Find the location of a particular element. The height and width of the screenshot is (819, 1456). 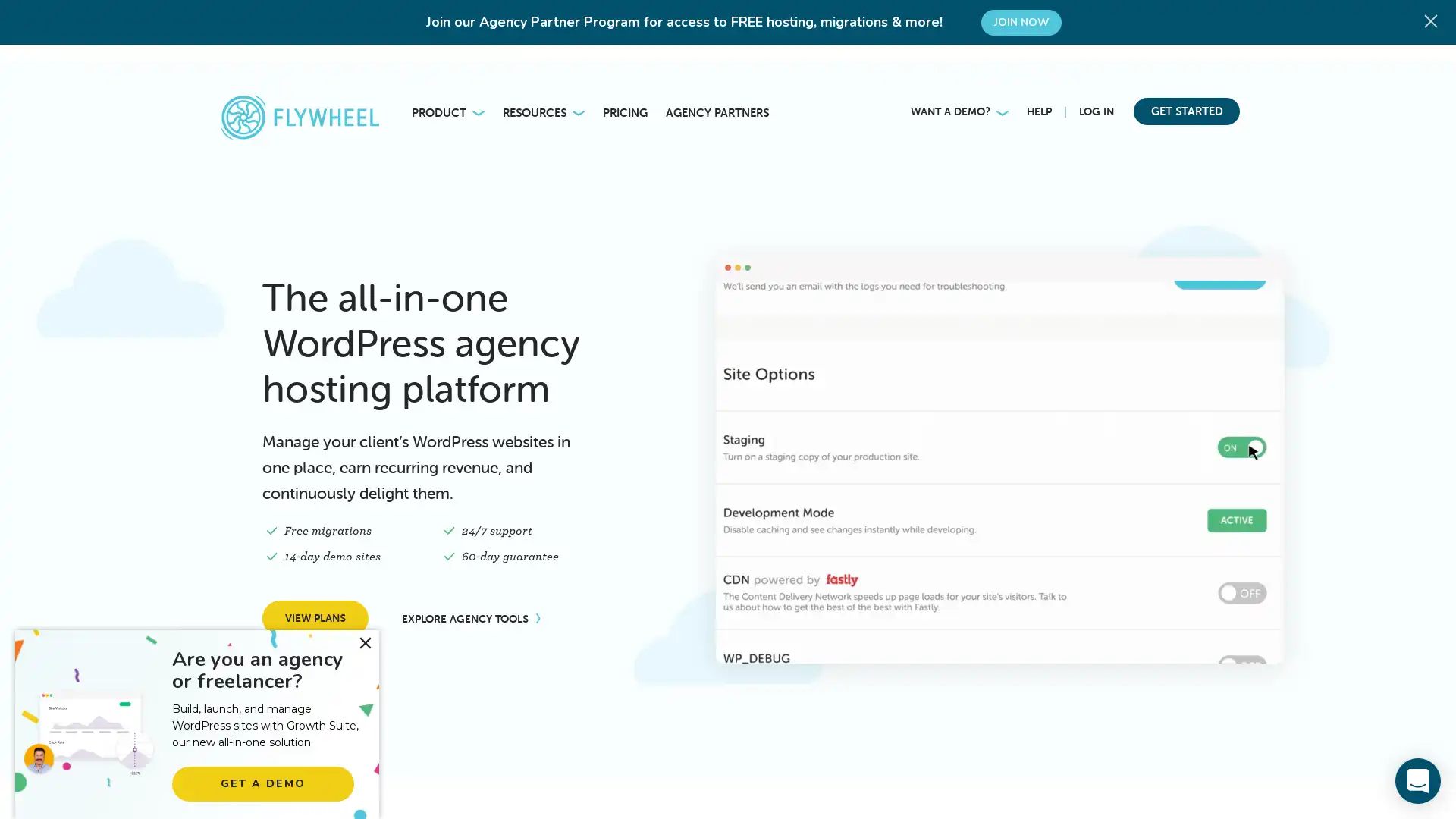

Close is located at coordinates (365, 643).